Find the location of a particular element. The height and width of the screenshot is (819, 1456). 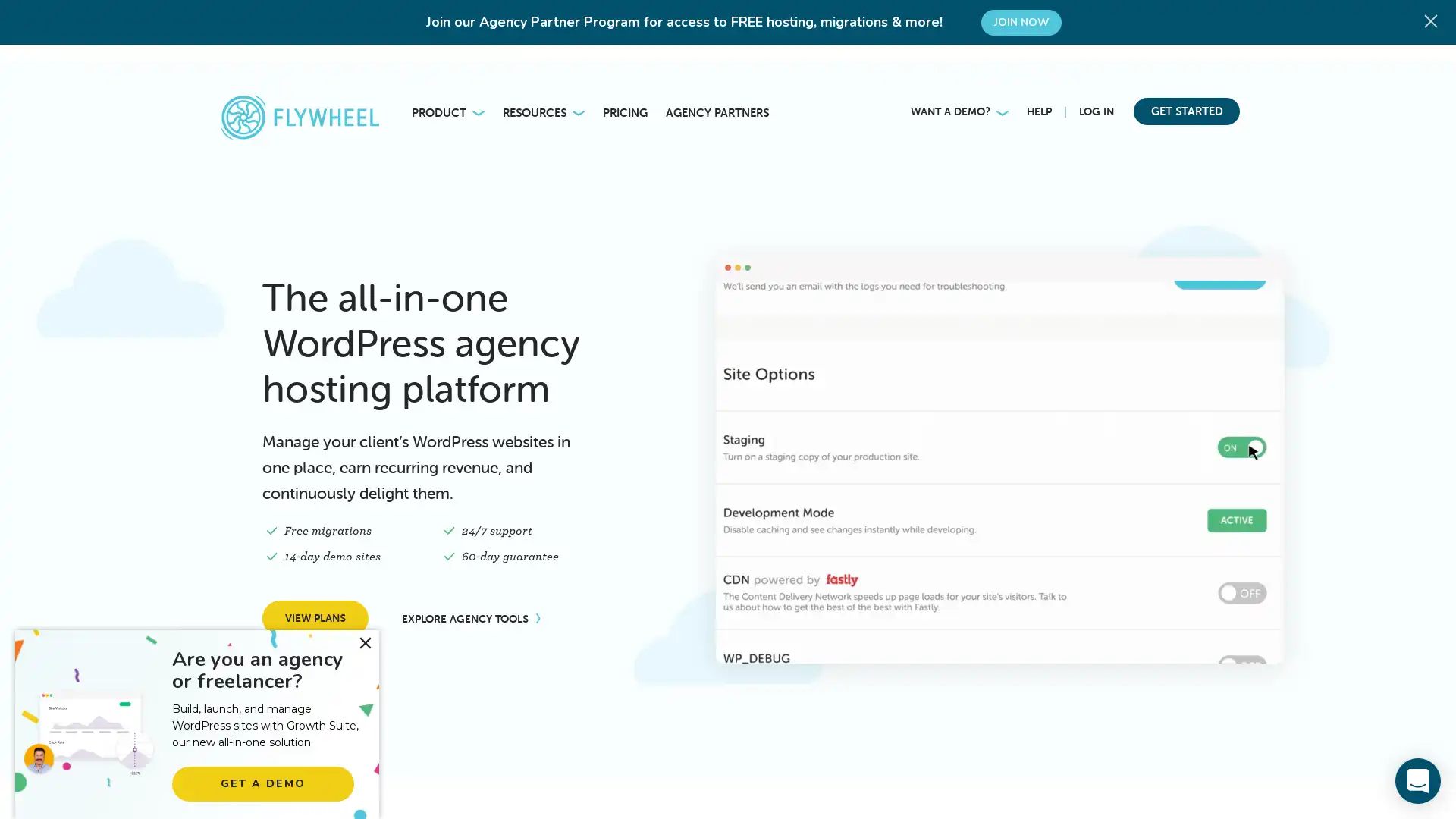

Close is located at coordinates (365, 643).